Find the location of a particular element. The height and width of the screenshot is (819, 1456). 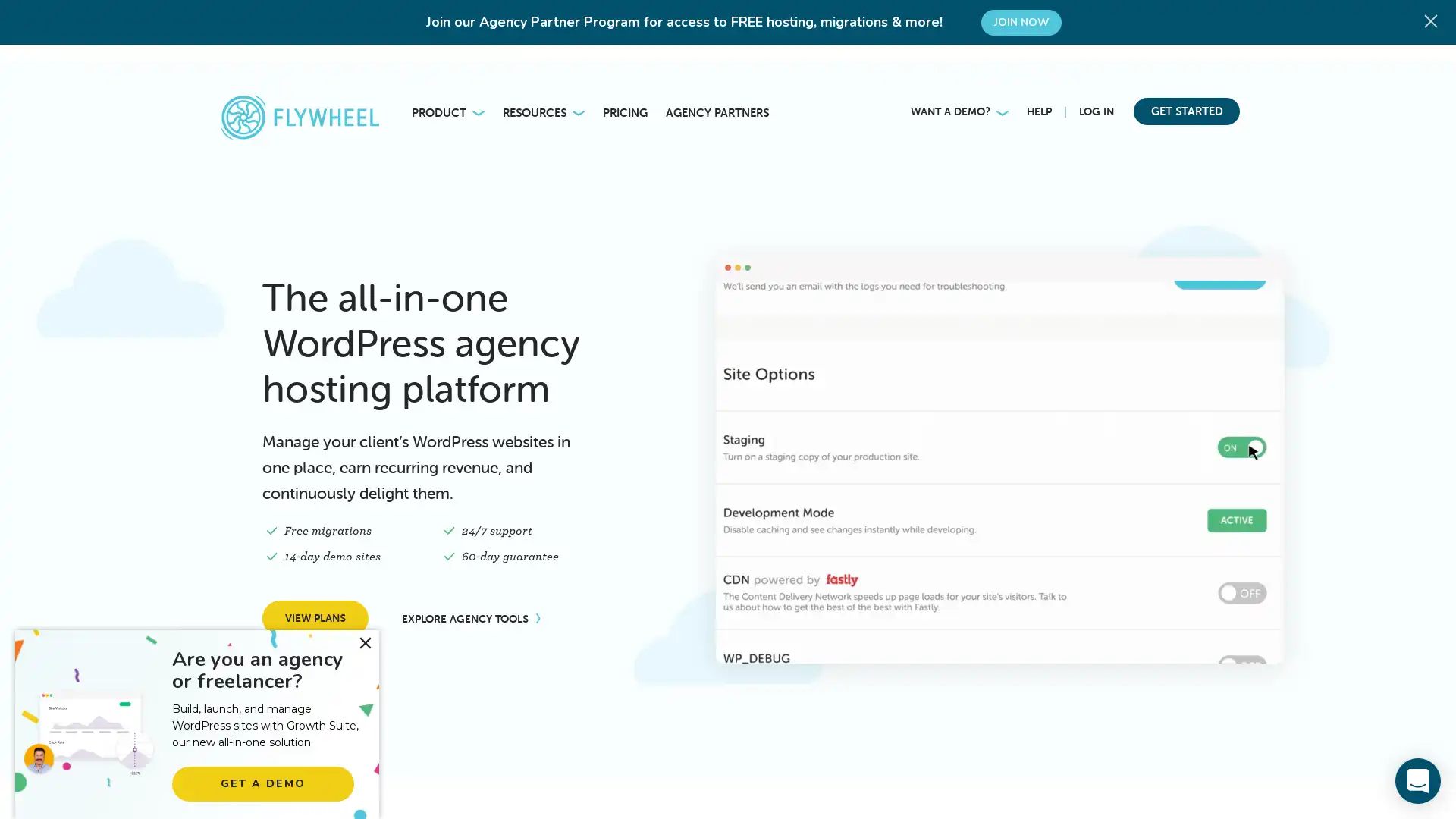

Close is located at coordinates (365, 643).